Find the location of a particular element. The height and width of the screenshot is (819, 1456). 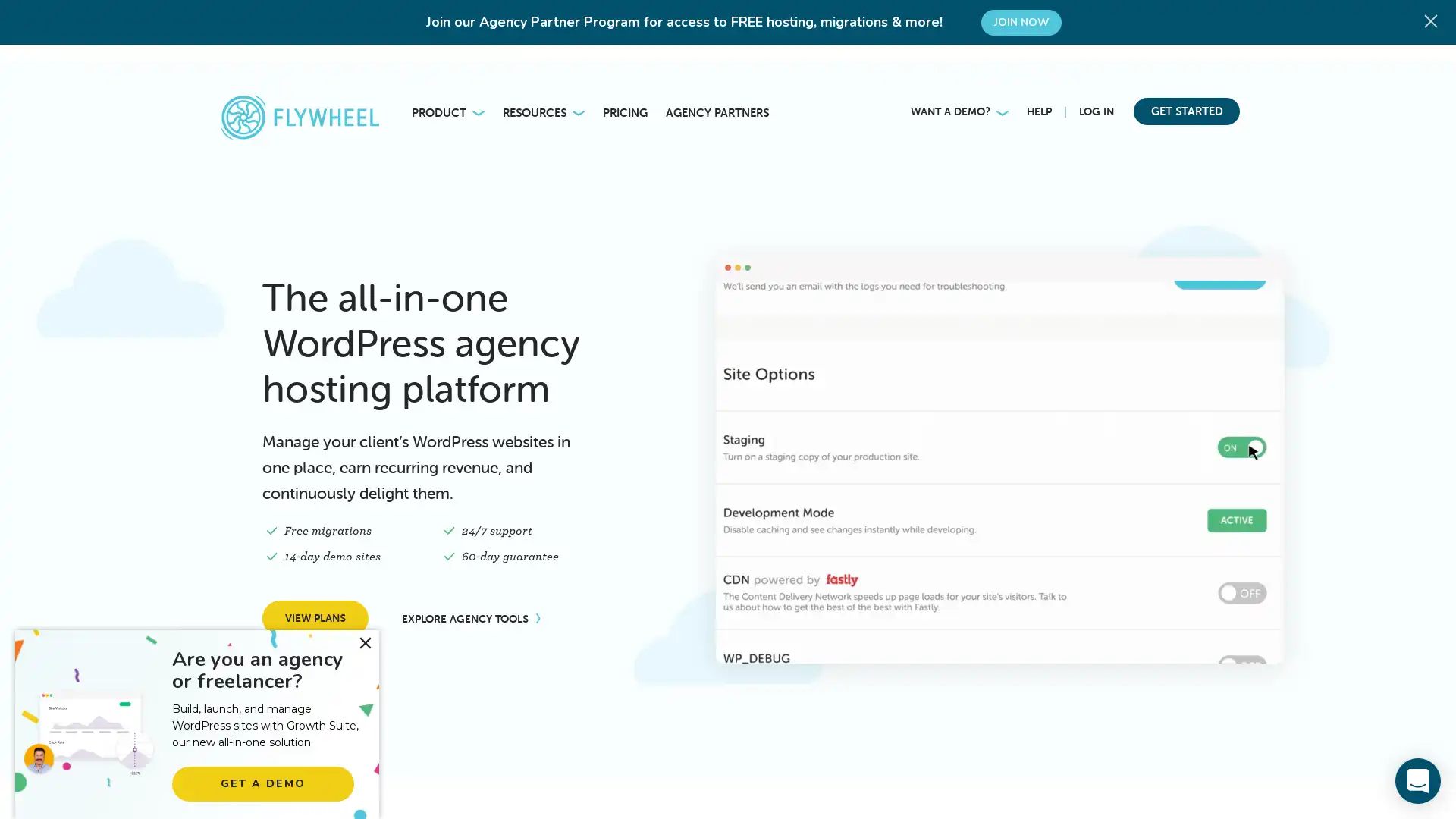

Close is located at coordinates (365, 643).